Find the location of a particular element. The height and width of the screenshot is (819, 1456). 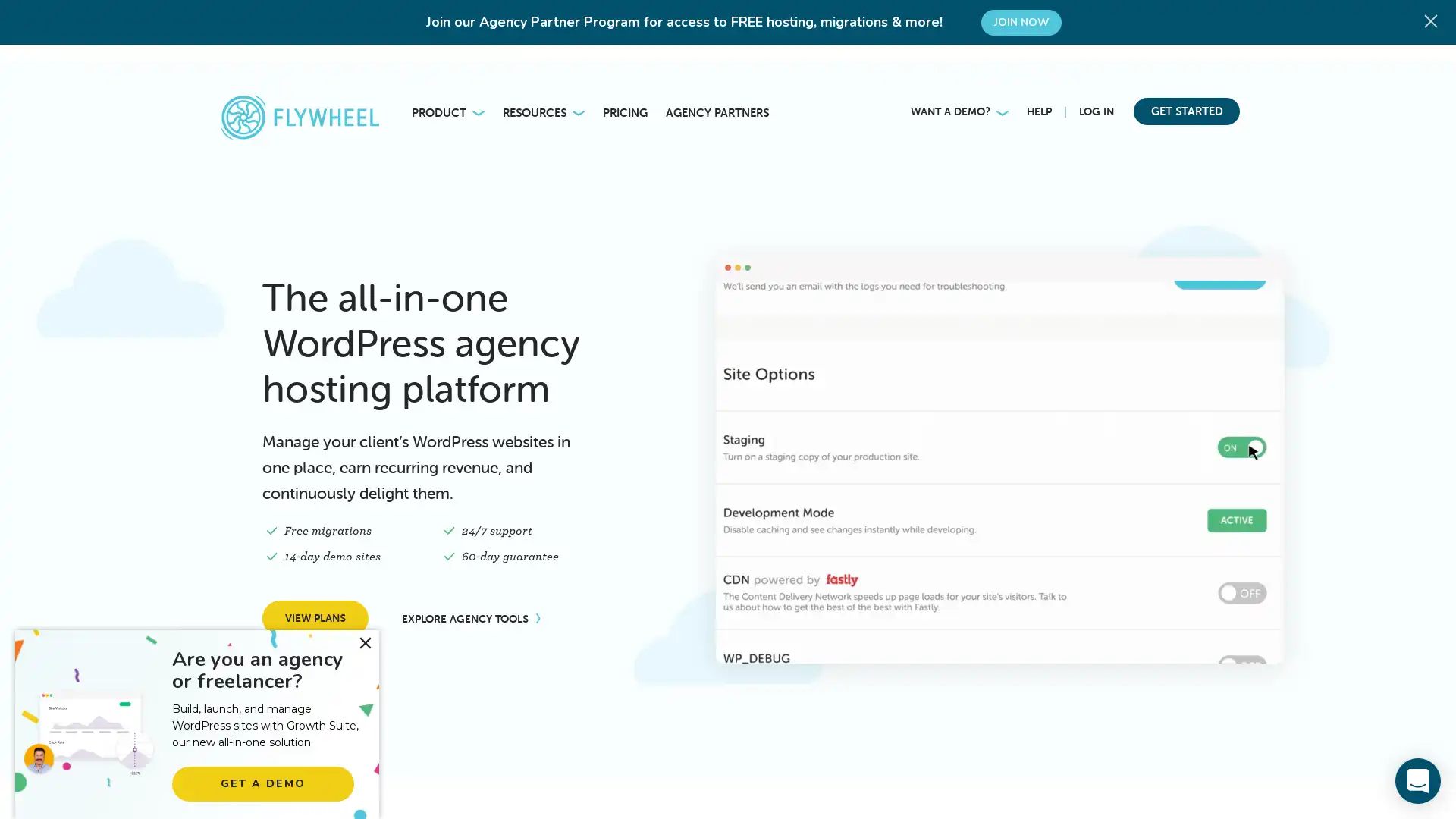

Close is located at coordinates (365, 643).